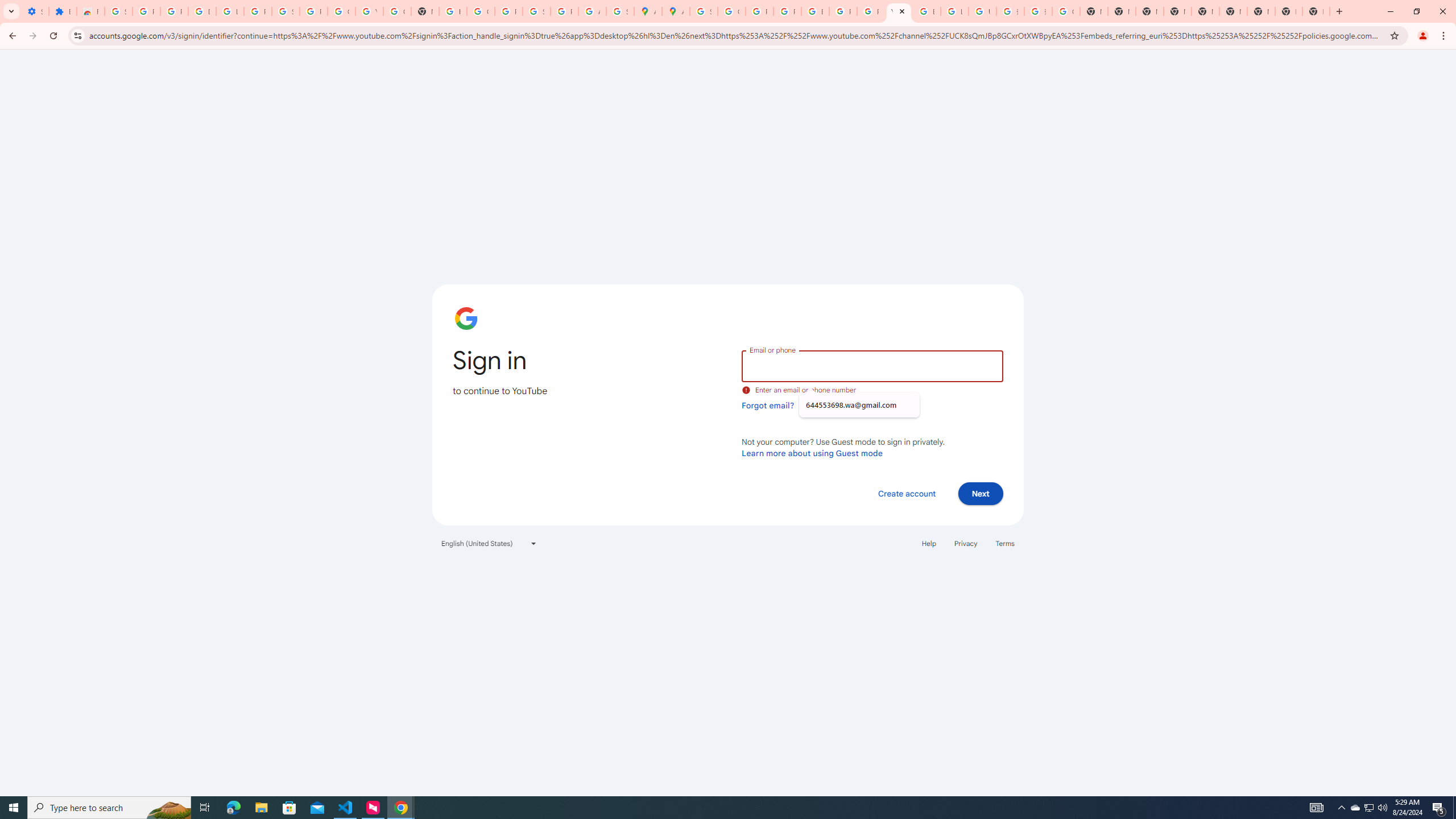 This screenshot has height=819, width=1456. What do you see at coordinates (981, 493) in the screenshot?
I see `'Next'` at bounding box center [981, 493].